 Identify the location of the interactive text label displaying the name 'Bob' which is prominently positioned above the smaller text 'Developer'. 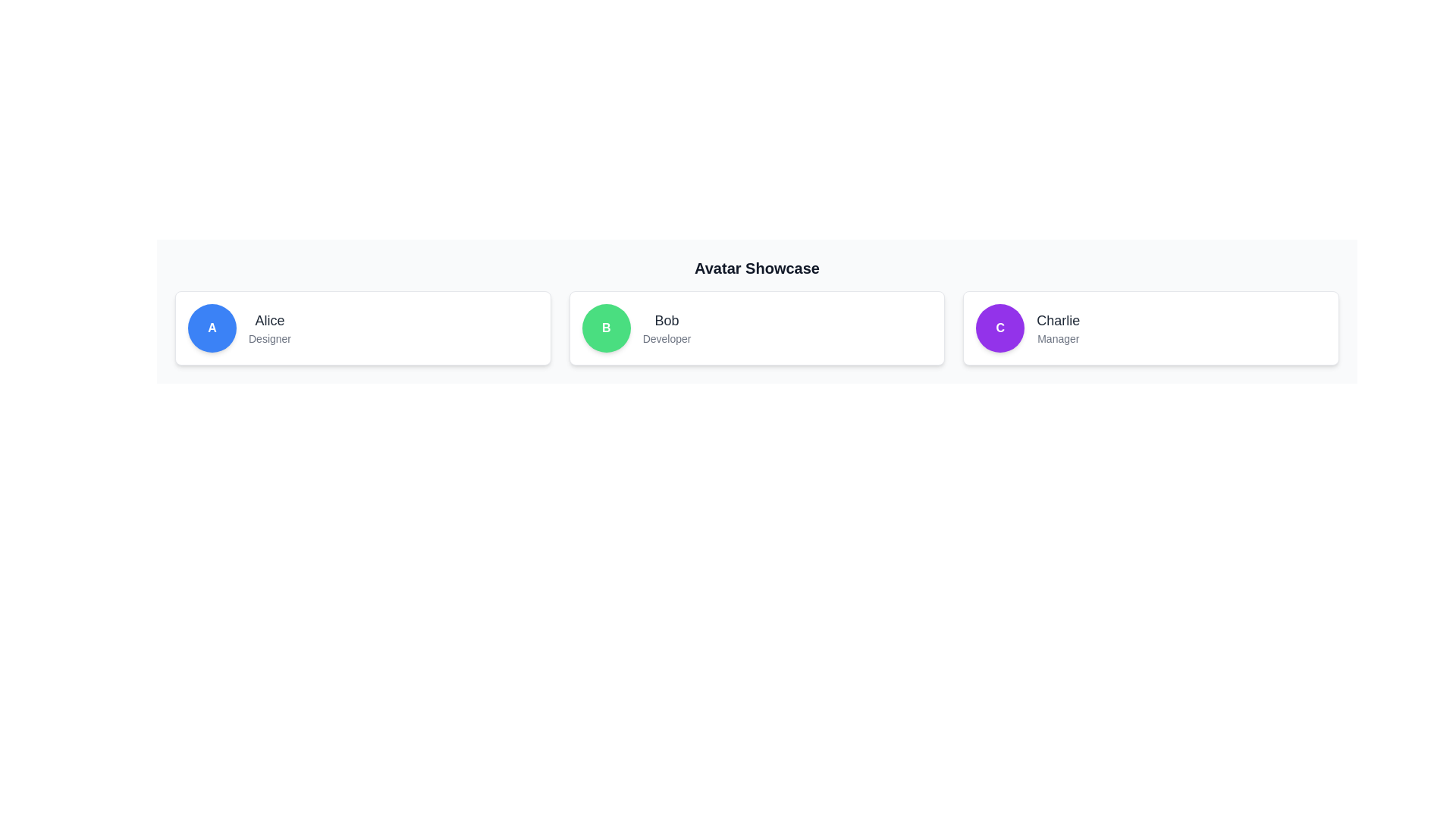
(667, 320).